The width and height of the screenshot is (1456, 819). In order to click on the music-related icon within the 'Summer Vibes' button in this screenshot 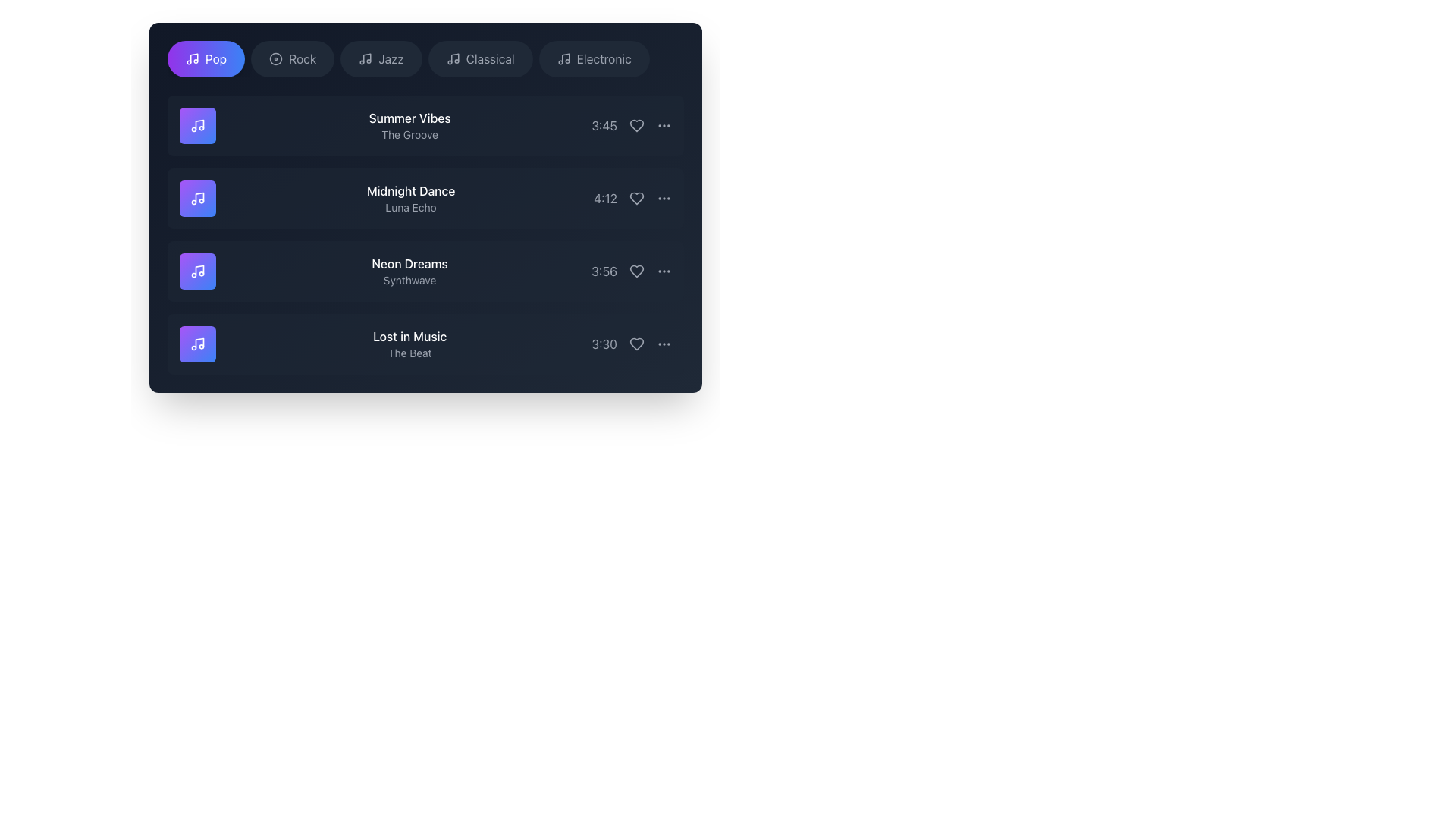, I will do `click(196, 124)`.